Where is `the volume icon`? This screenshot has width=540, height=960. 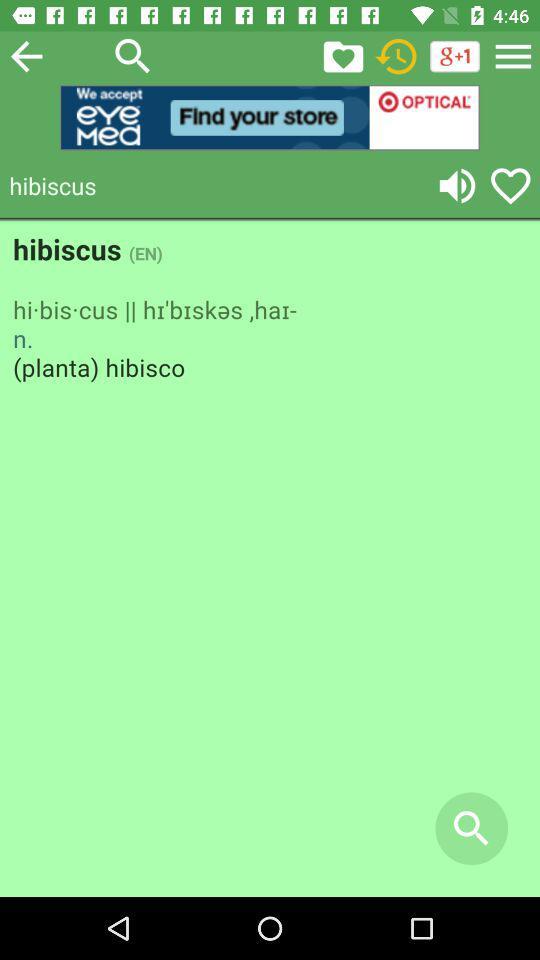
the volume icon is located at coordinates (457, 185).